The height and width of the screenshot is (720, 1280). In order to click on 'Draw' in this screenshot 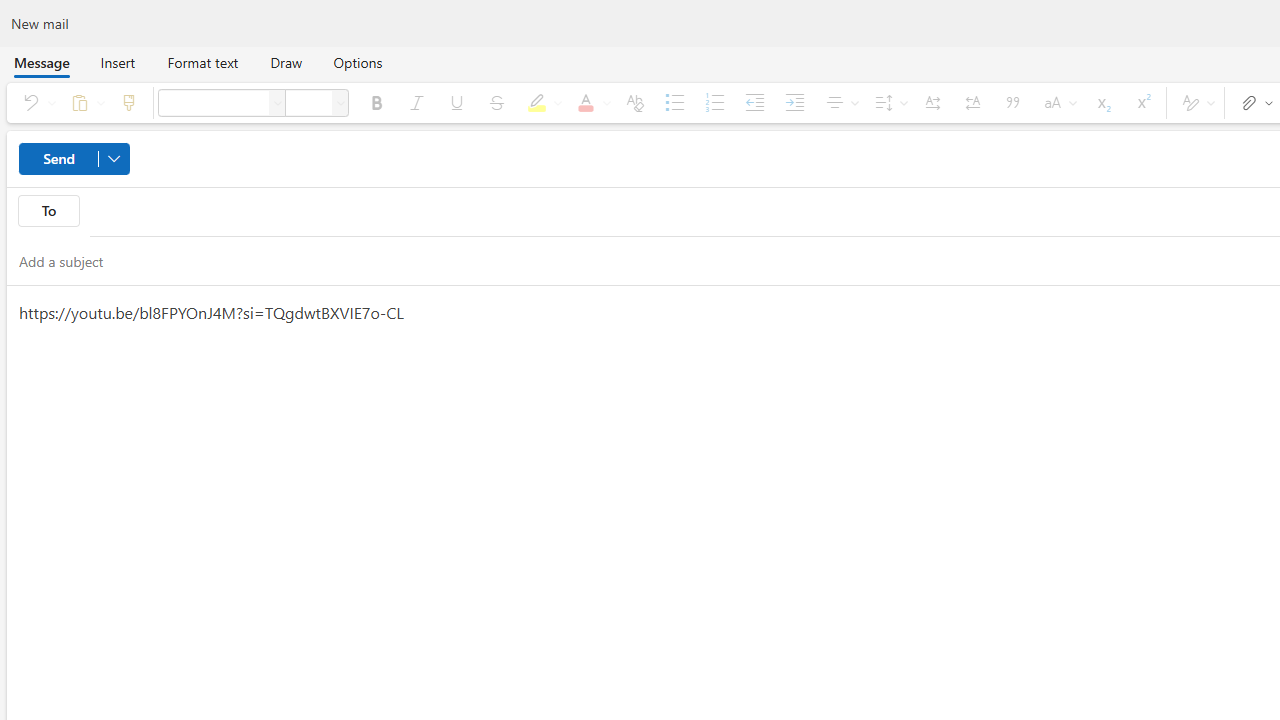, I will do `click(285, 61)`.